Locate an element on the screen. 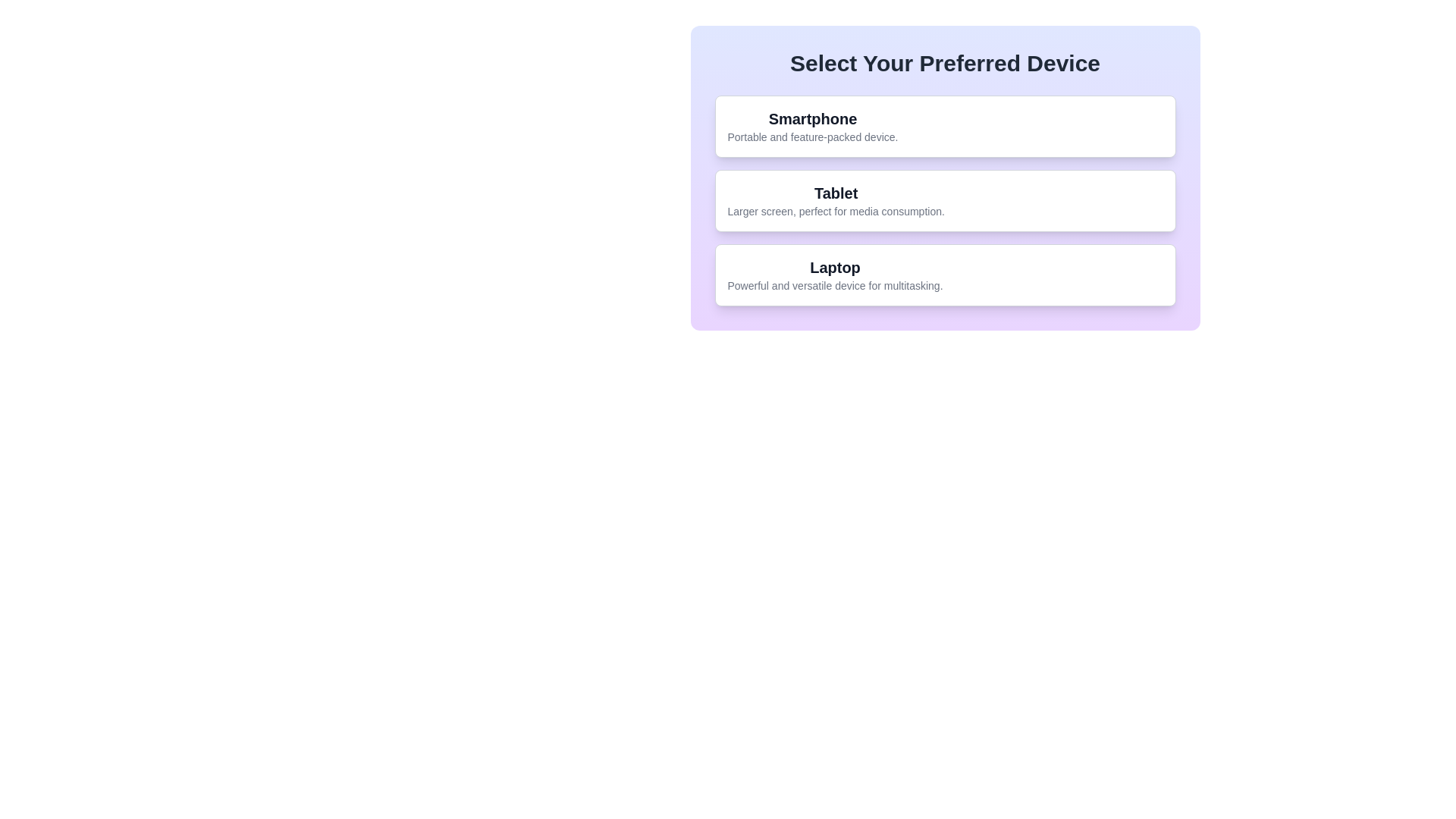 The height and width of the screenshot is (819, 1456). descriptive text of the 'Laptop' label which includes the title 'Laptop' and the description 'Powerful and versatile device for multitasking.' is located at coordinates (834, 275).